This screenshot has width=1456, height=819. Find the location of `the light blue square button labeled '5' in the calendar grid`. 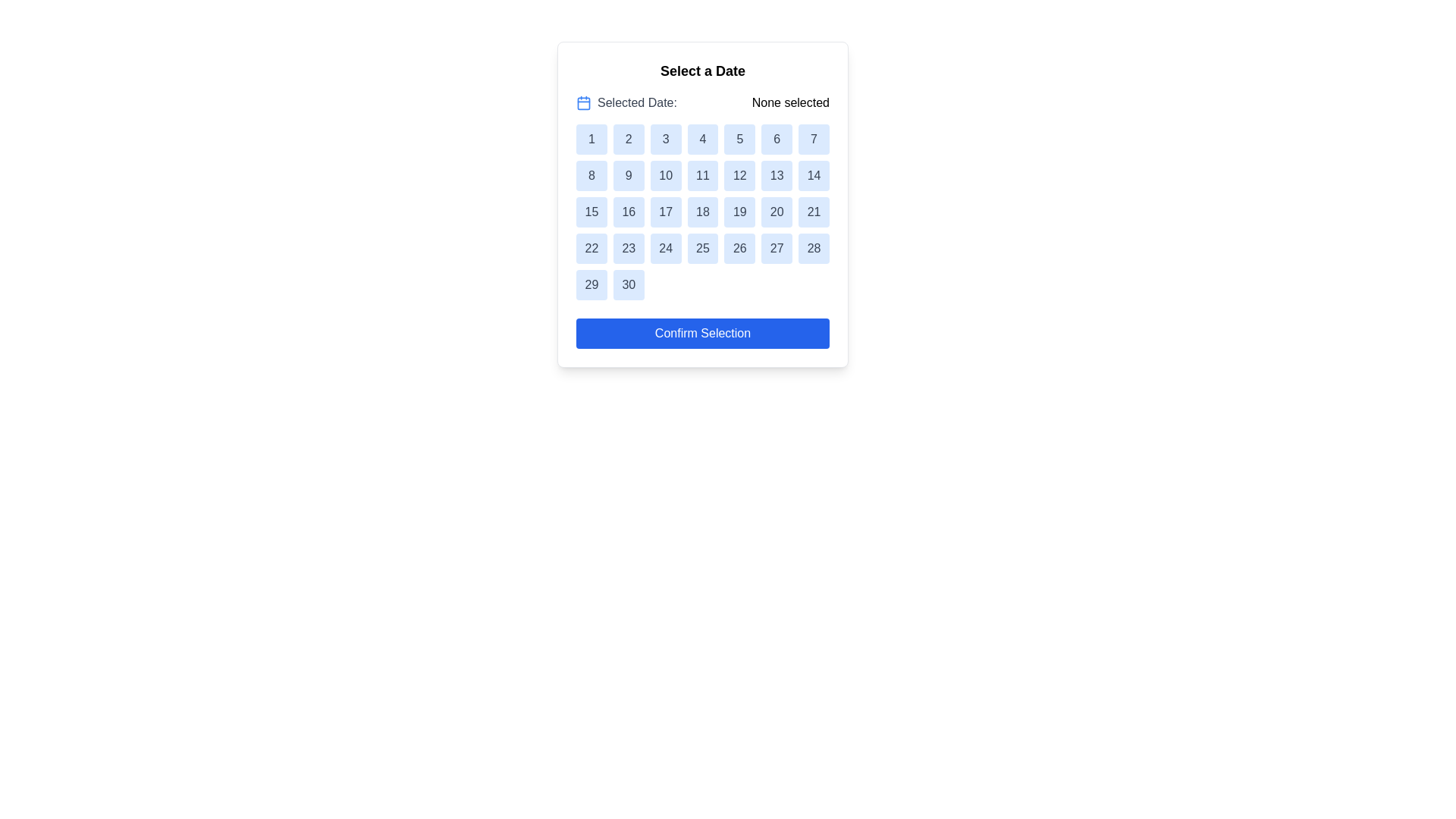

the light blue square button labeled '5' in the calendar grid is located at coordinates (739, 140).